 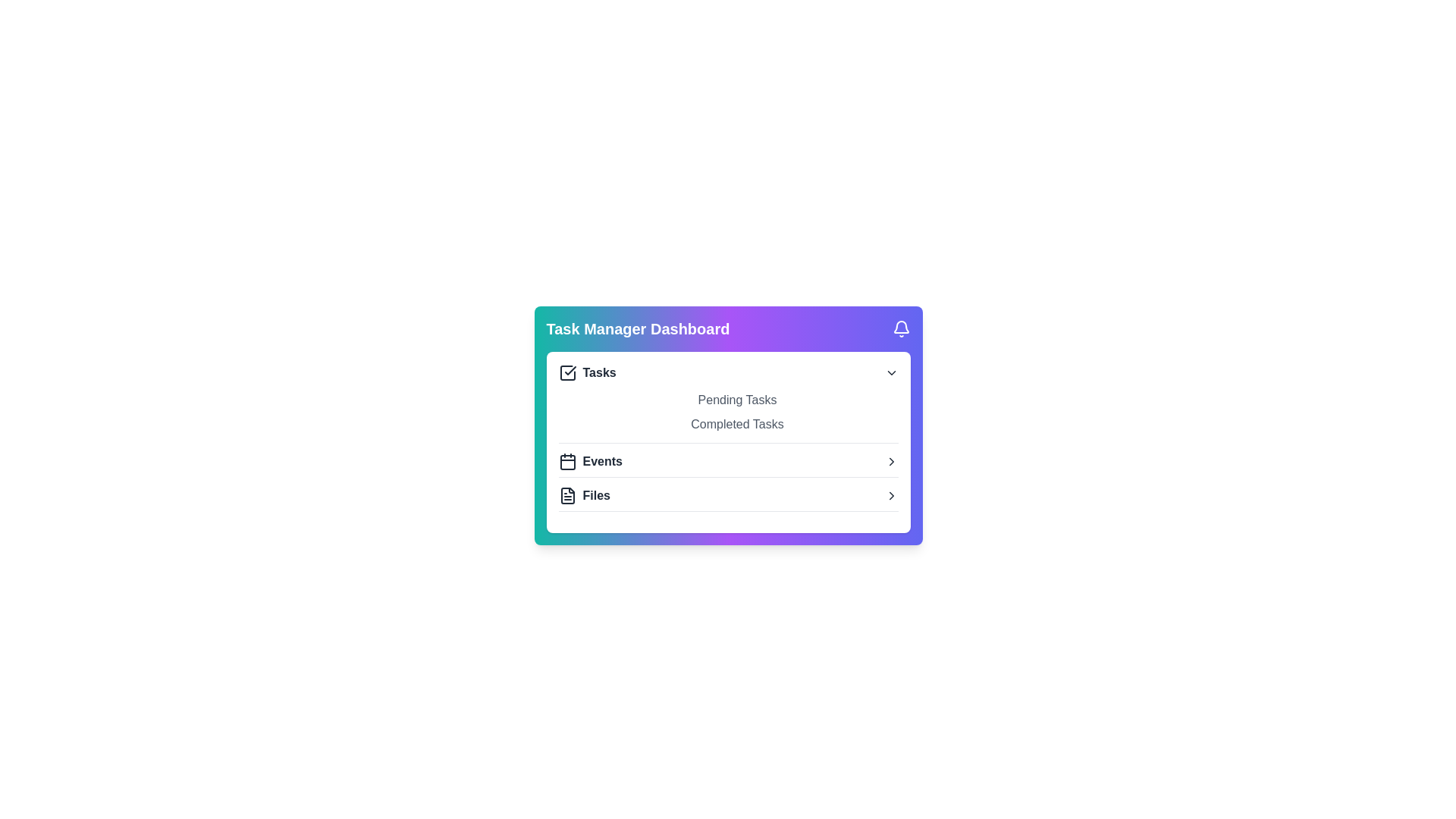 I want to click on the Clickable Label with Icon that serves as a navigation link for accessing the Events section, located, so click(x=589, y=461).